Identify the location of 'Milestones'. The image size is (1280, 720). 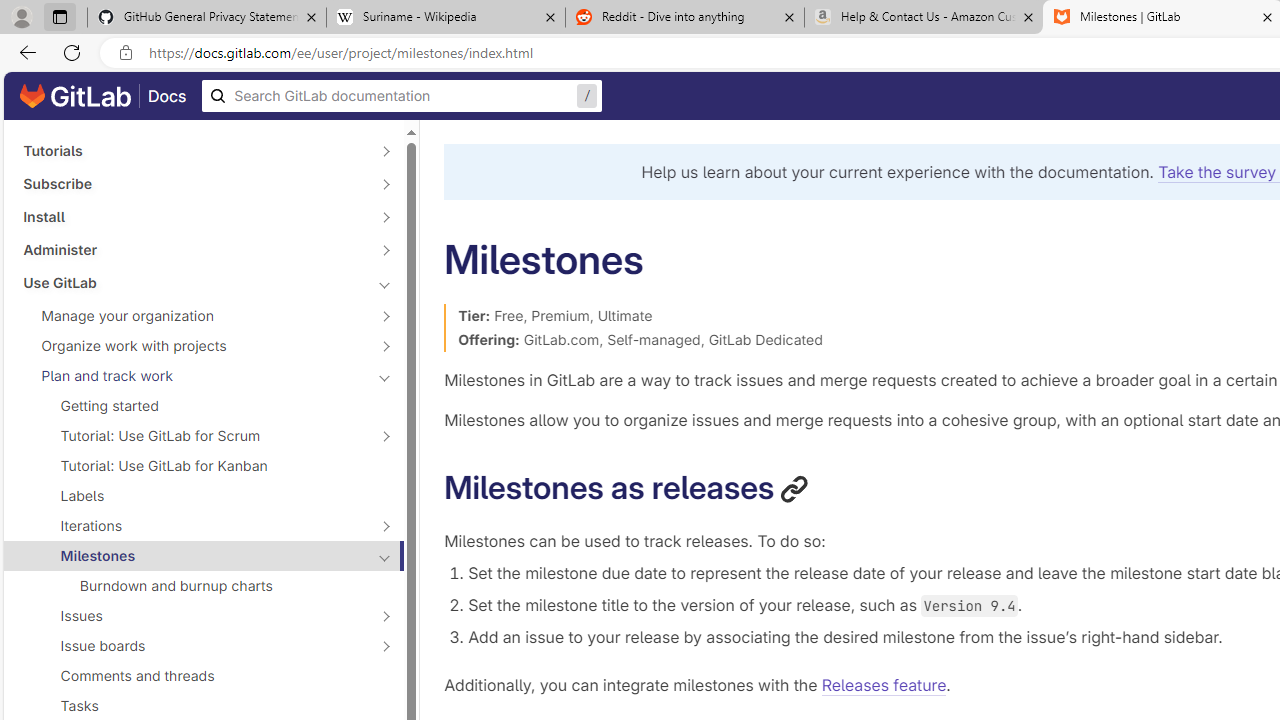
(192, 555).